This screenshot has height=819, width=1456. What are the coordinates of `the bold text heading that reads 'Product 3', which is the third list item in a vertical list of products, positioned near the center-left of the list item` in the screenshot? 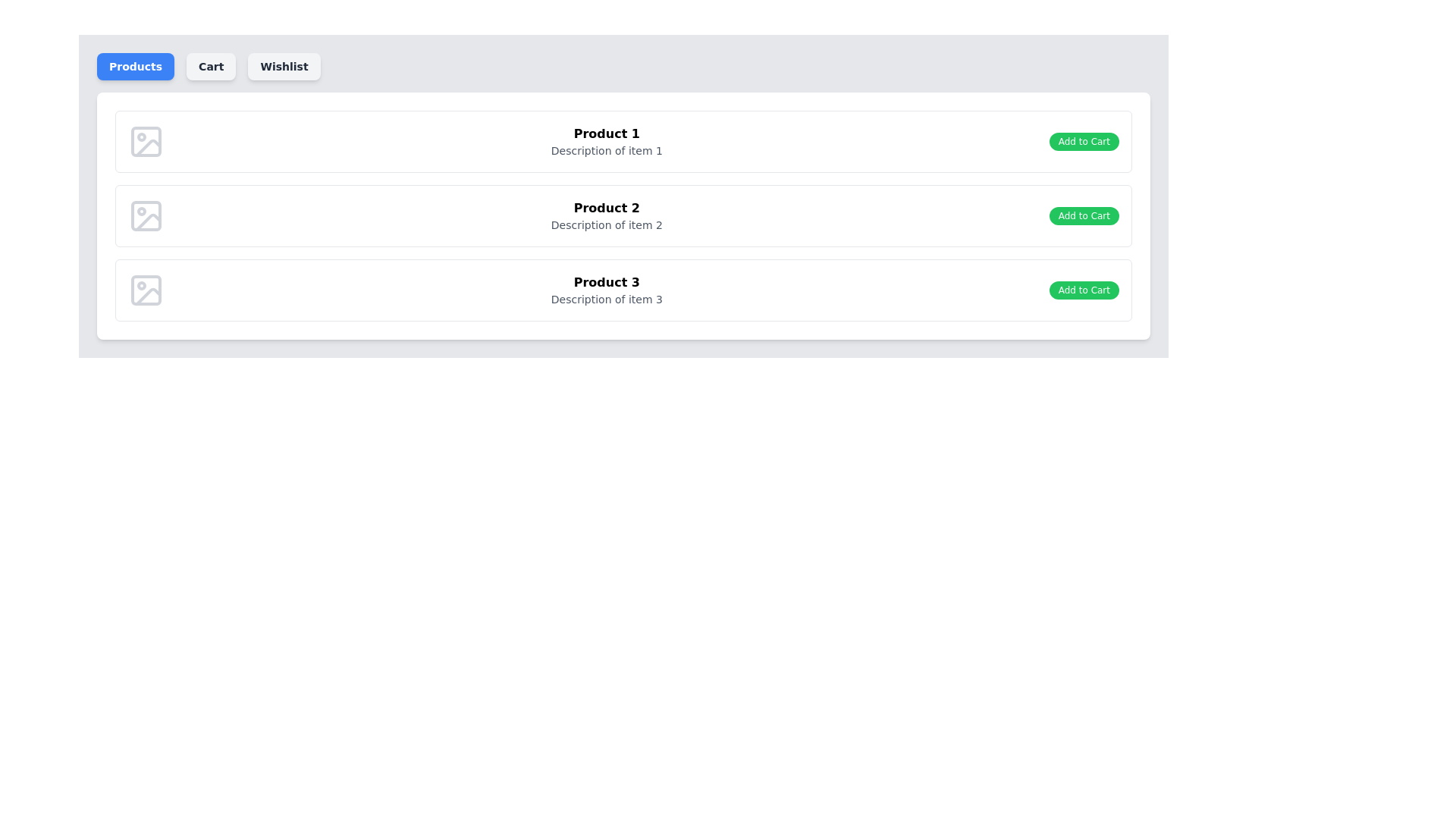 It's located at (607, 283).